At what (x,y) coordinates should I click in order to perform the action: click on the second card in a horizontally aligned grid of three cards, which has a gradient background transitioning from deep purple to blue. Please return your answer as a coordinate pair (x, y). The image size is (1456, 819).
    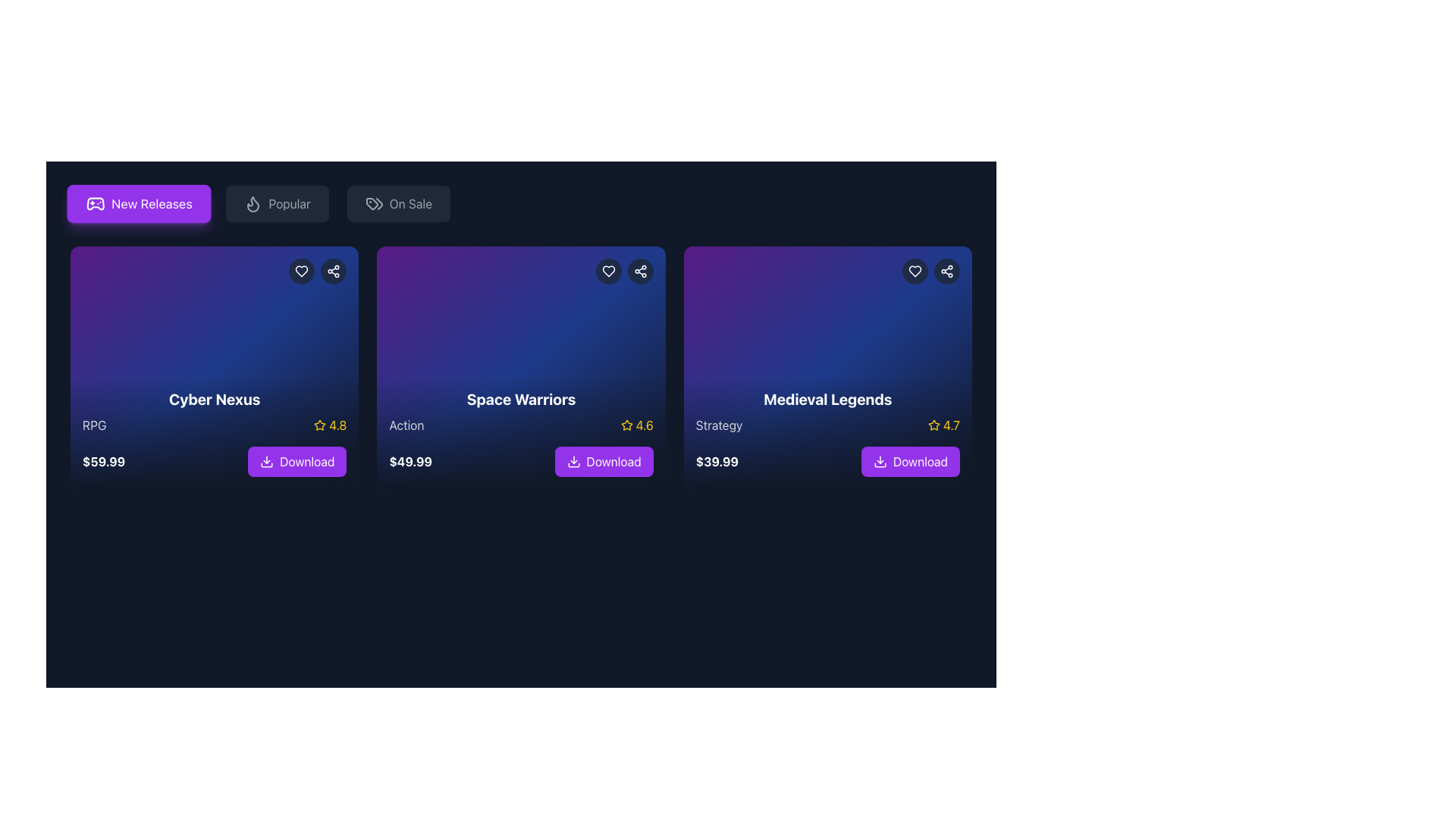
    Looking at the image, I should click on (521, 368).